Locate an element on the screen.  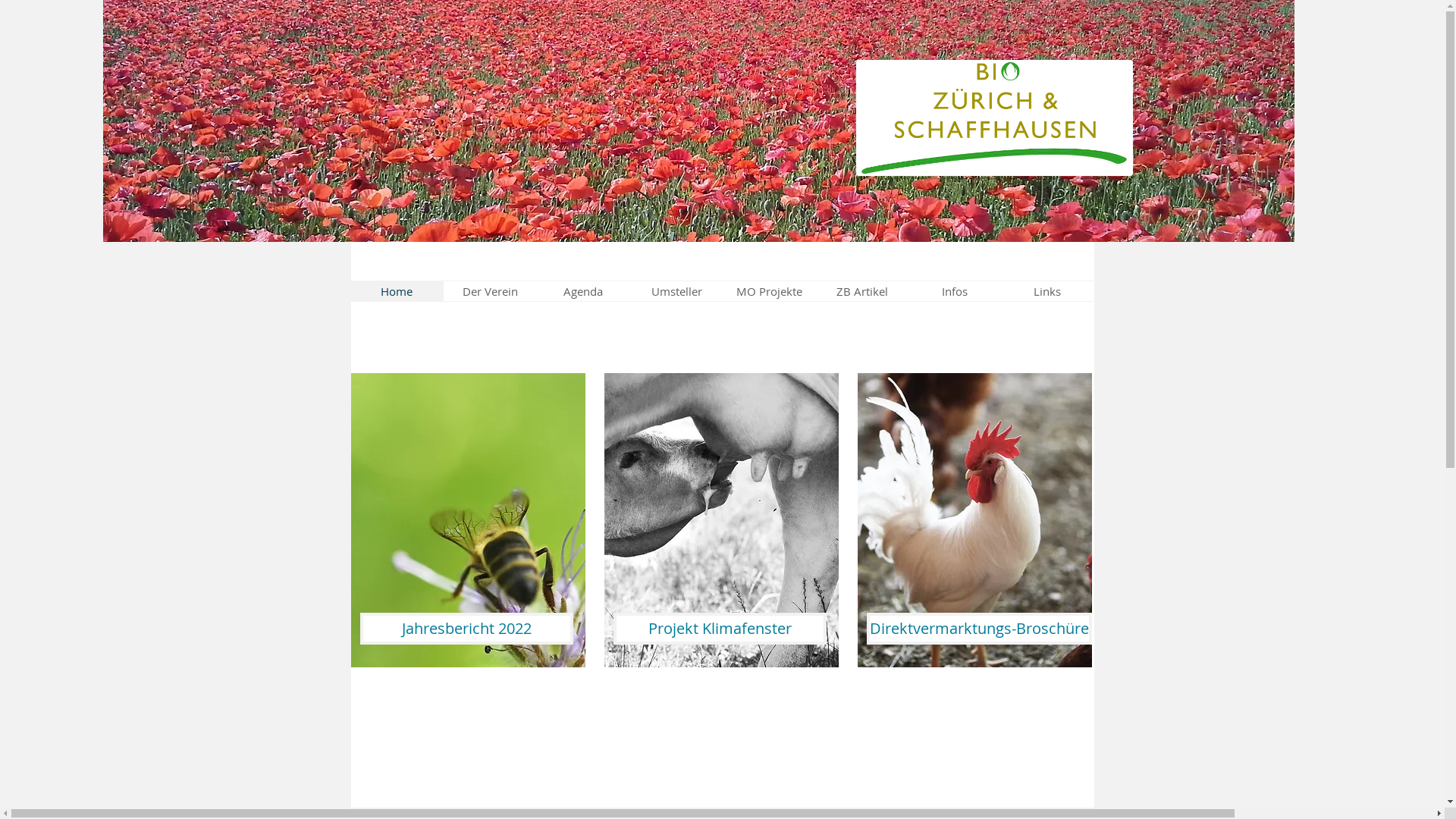
'ZB Artikel' is located at coordinates (862, 291).